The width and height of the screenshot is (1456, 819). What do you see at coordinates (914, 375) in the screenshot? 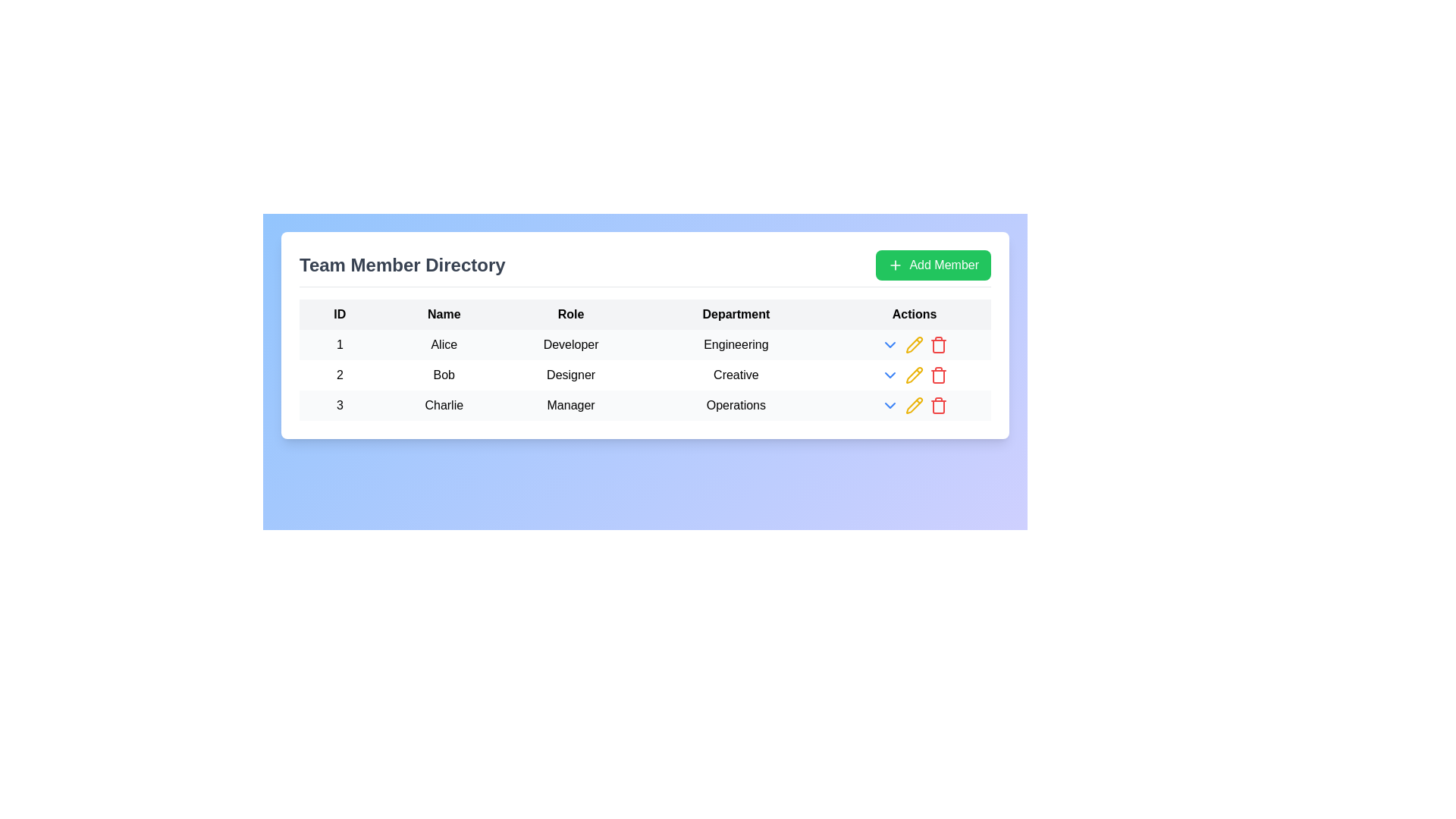
I see `the pencil icon in the 'Actions' column of the table for the entry labeled 'Bob' to initiate editing` at bounding box center [914, 375].